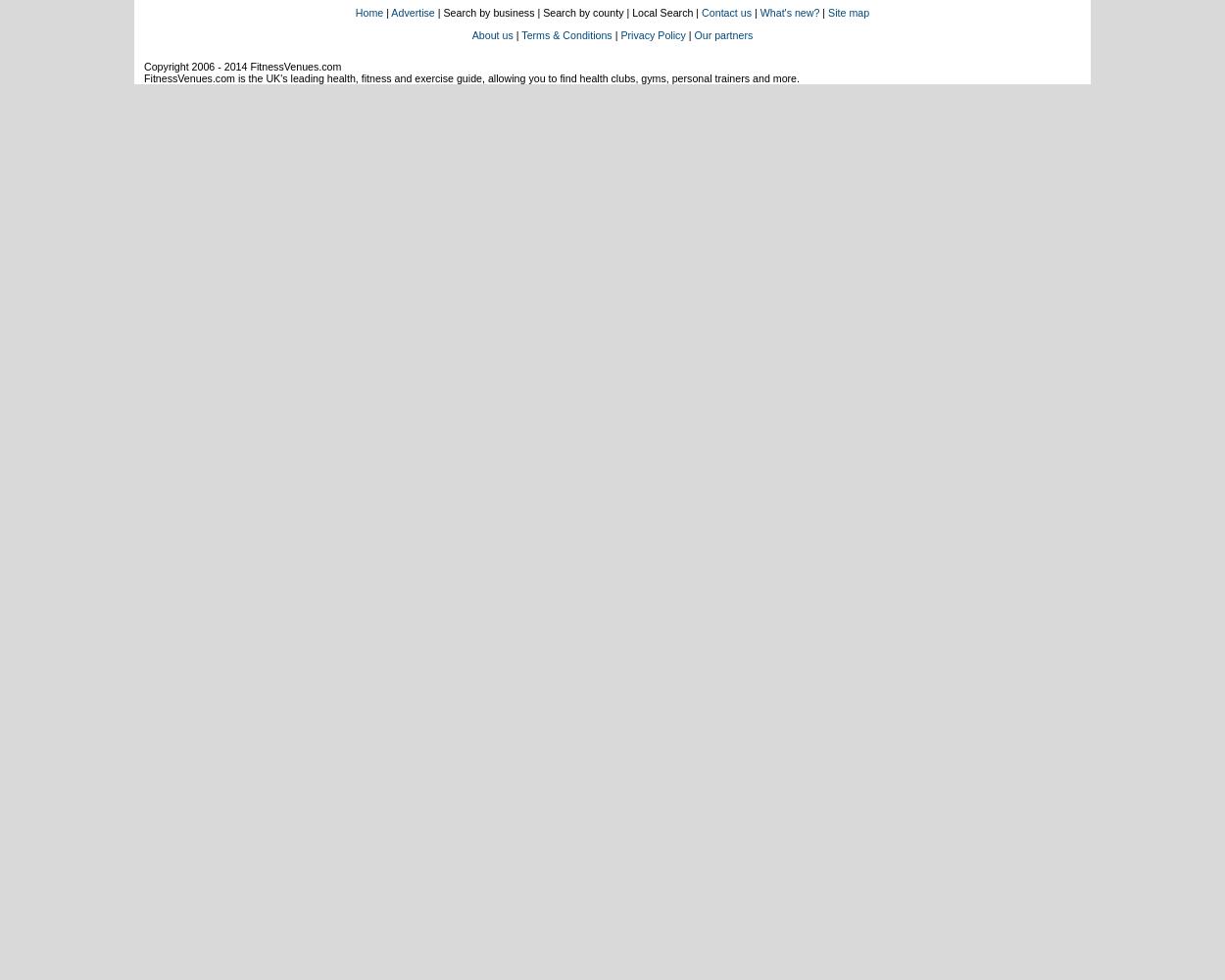  What do you see at coordinates (368, 13) in the screenshot?
I see `'Home'` at bounding box center [368, 13].